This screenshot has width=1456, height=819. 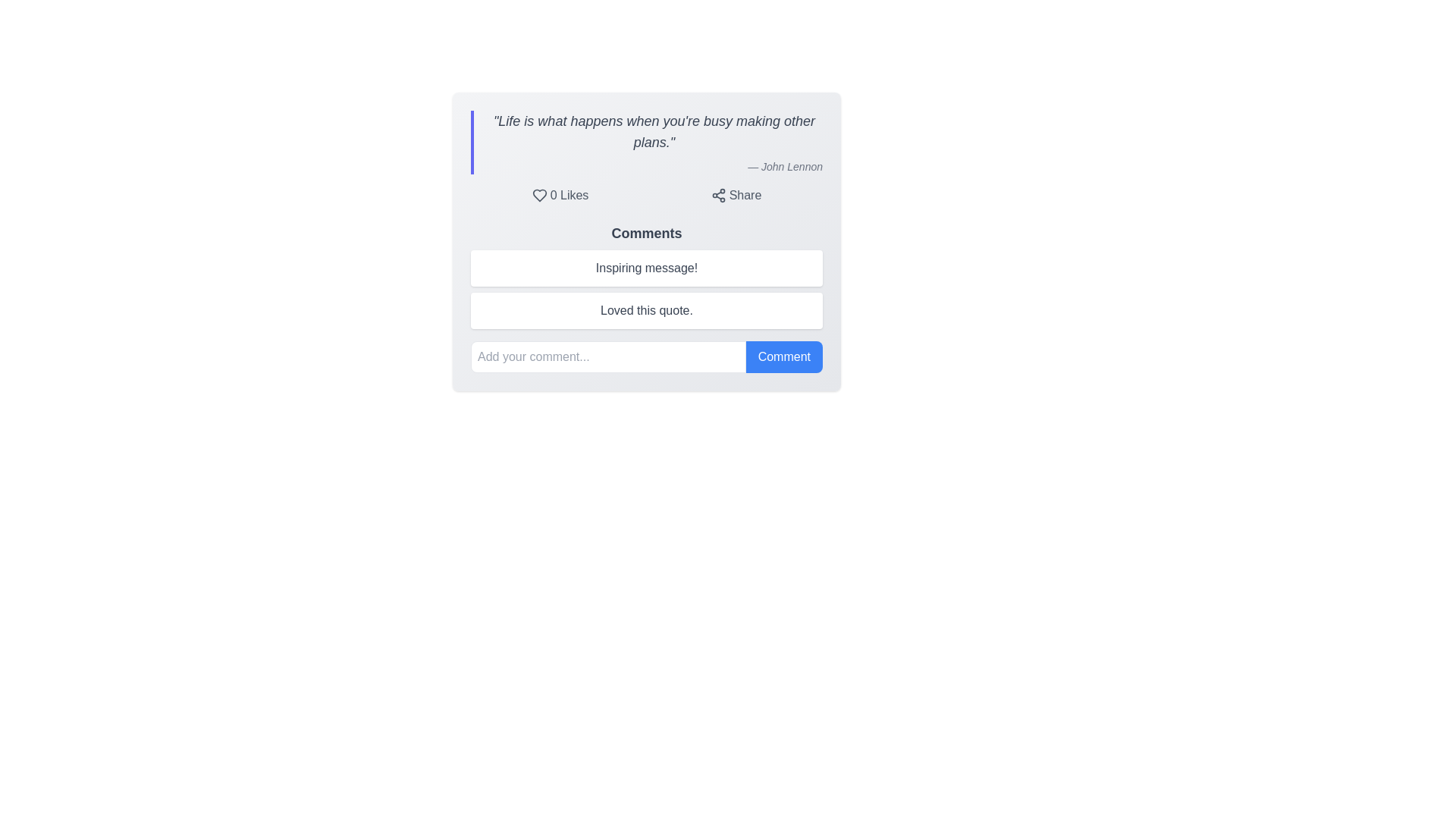 I want to click on the text display element that reads 'Loved this quote.' which is styled with a white background and rounded corners, located in the 'Comments' section, so click(x=647, y=298).